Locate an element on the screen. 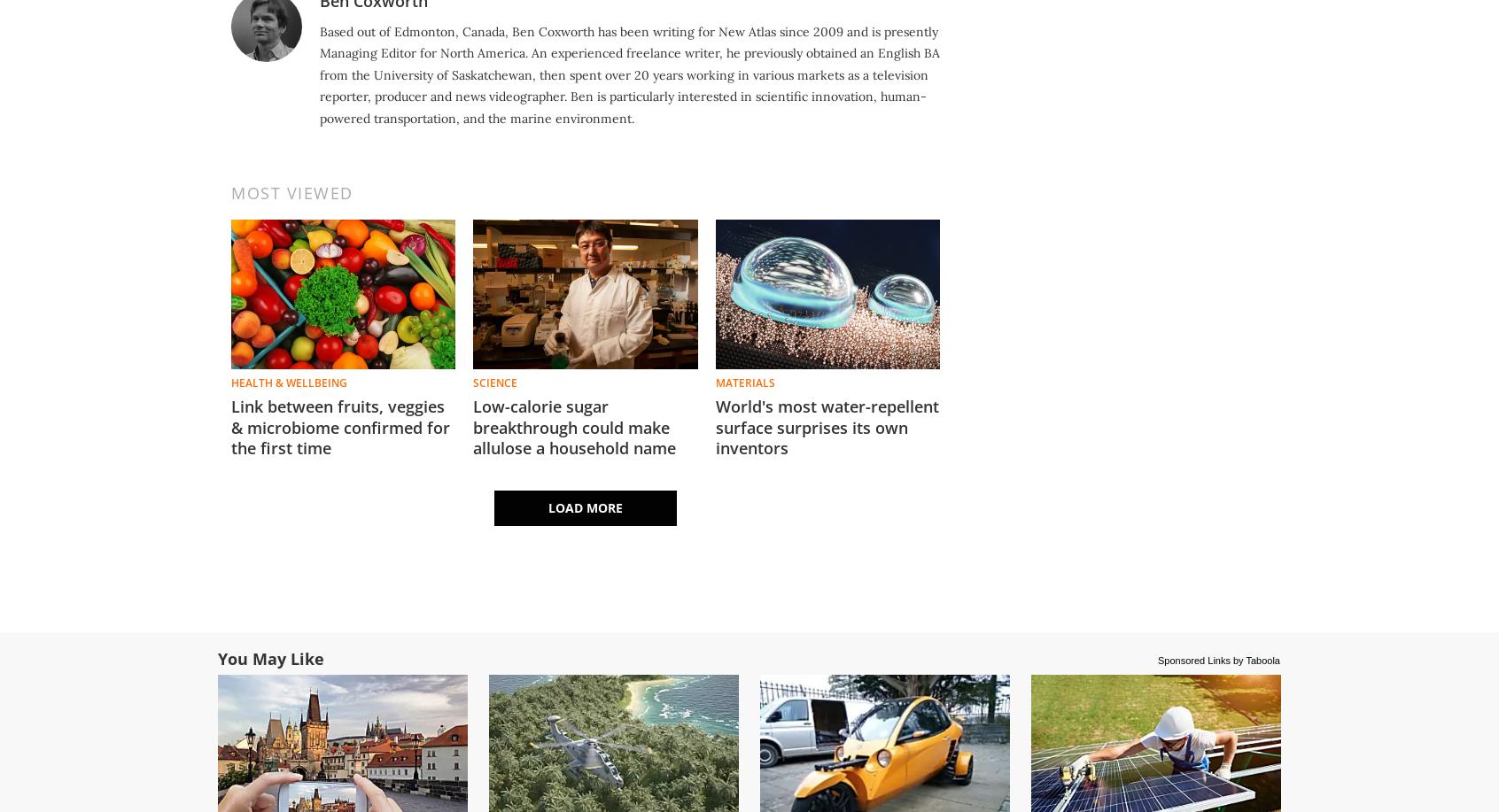 Image resolution: width=1499 pixels, height=812 pixels. 'Most Viewed' is located at coordinates (291, 191).